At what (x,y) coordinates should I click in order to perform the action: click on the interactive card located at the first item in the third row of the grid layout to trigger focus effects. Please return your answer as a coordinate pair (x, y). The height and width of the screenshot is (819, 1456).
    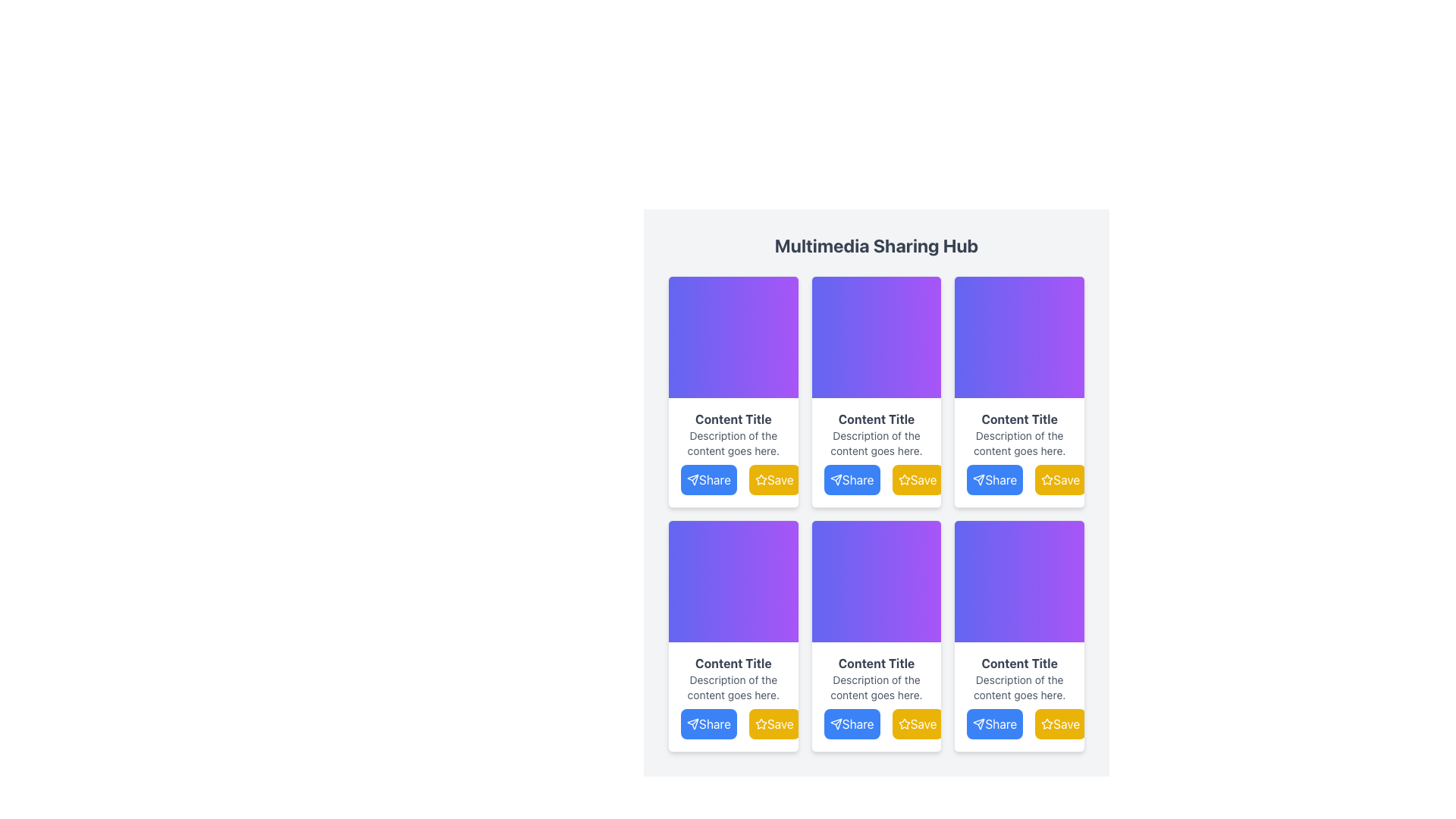
    Looking at the image, I should click on (733, 696).